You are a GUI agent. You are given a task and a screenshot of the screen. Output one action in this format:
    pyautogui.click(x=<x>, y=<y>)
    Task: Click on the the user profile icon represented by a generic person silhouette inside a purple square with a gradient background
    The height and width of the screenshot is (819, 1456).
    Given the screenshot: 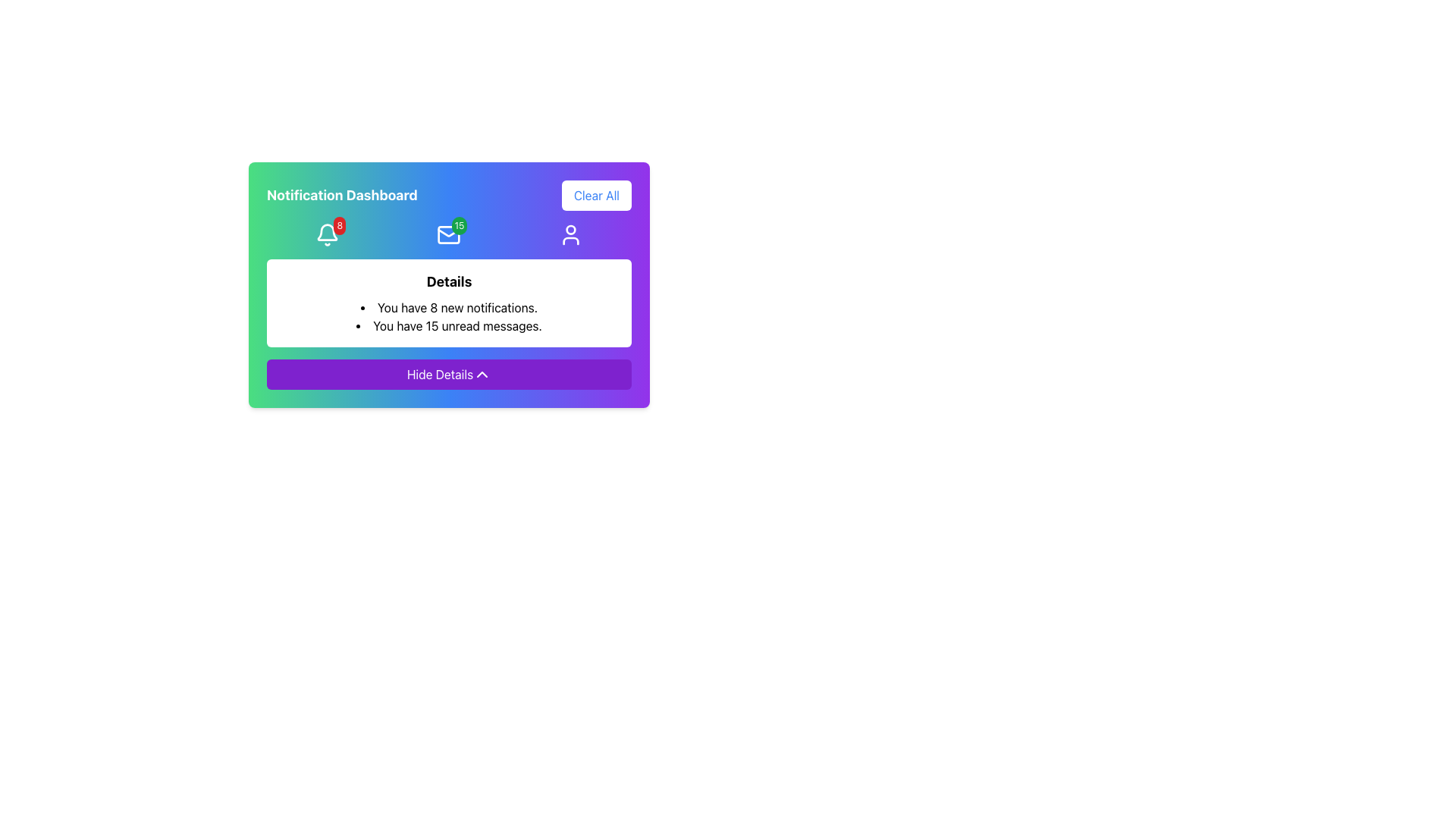 What is the action you would take?
    pyautogui.click(x=570, y=234)
    